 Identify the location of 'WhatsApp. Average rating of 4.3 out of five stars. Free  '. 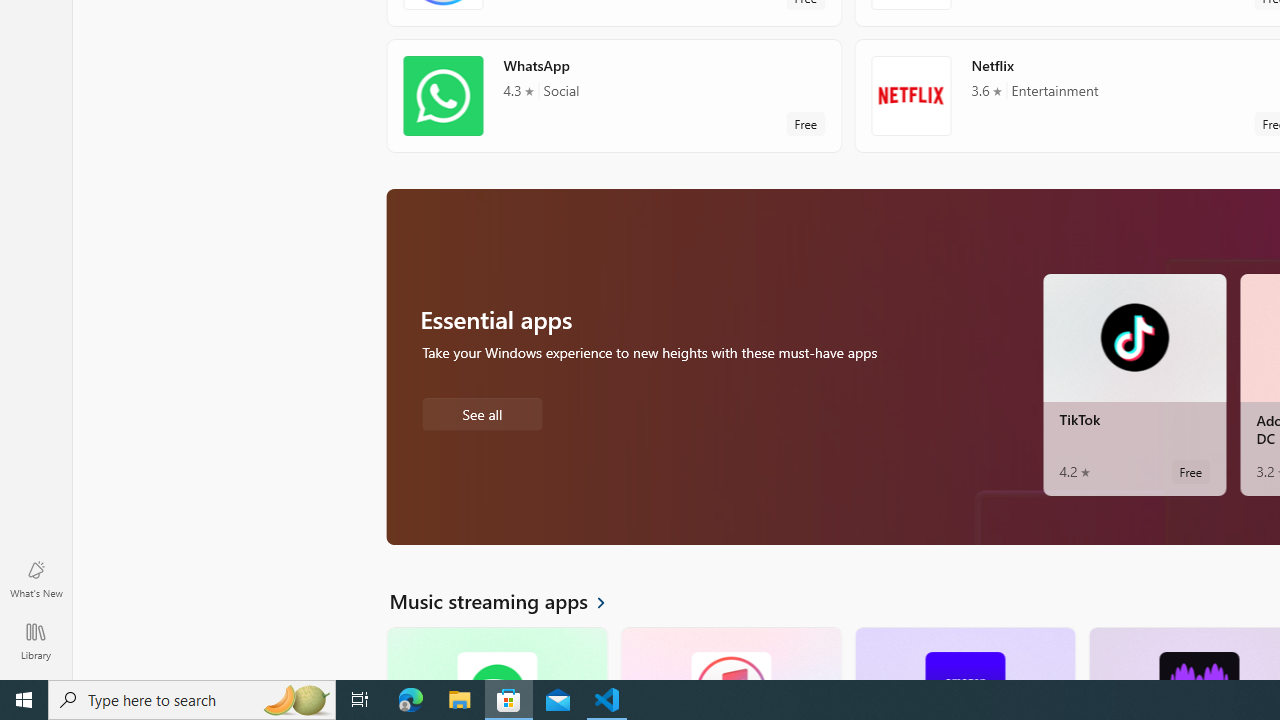
(613, 95).